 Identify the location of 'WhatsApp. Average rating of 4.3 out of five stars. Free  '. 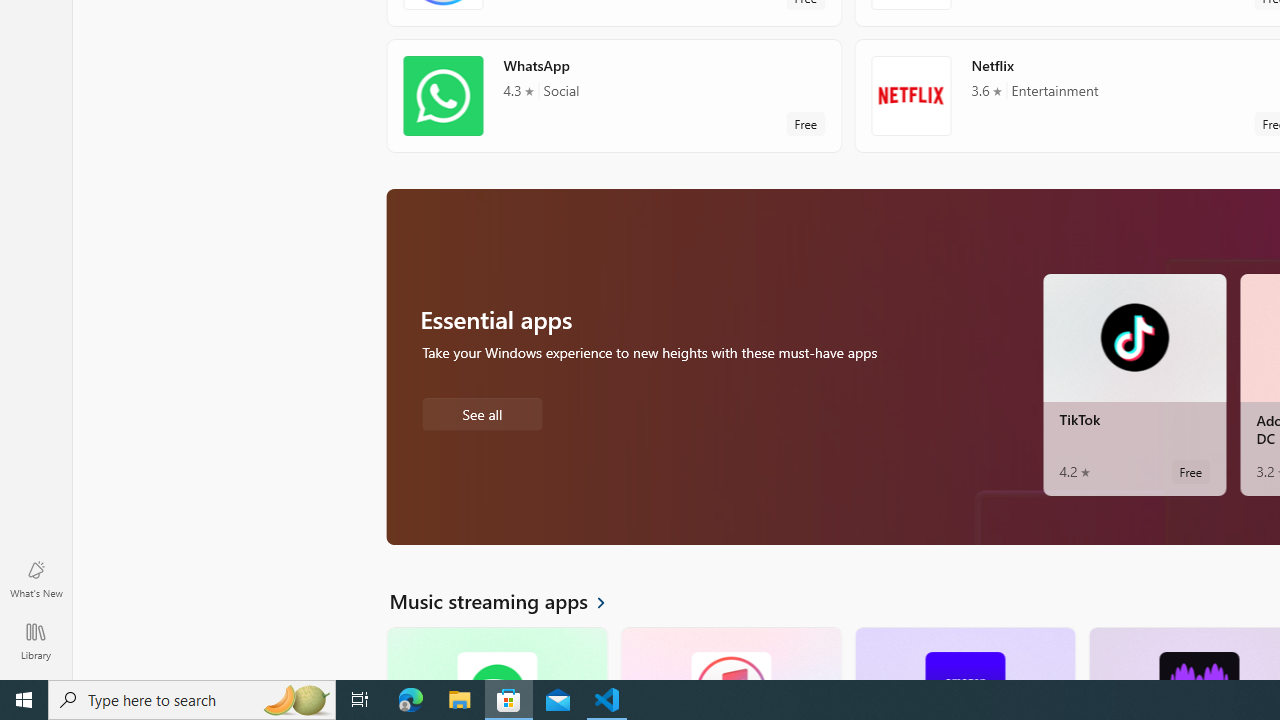
(613, 95).